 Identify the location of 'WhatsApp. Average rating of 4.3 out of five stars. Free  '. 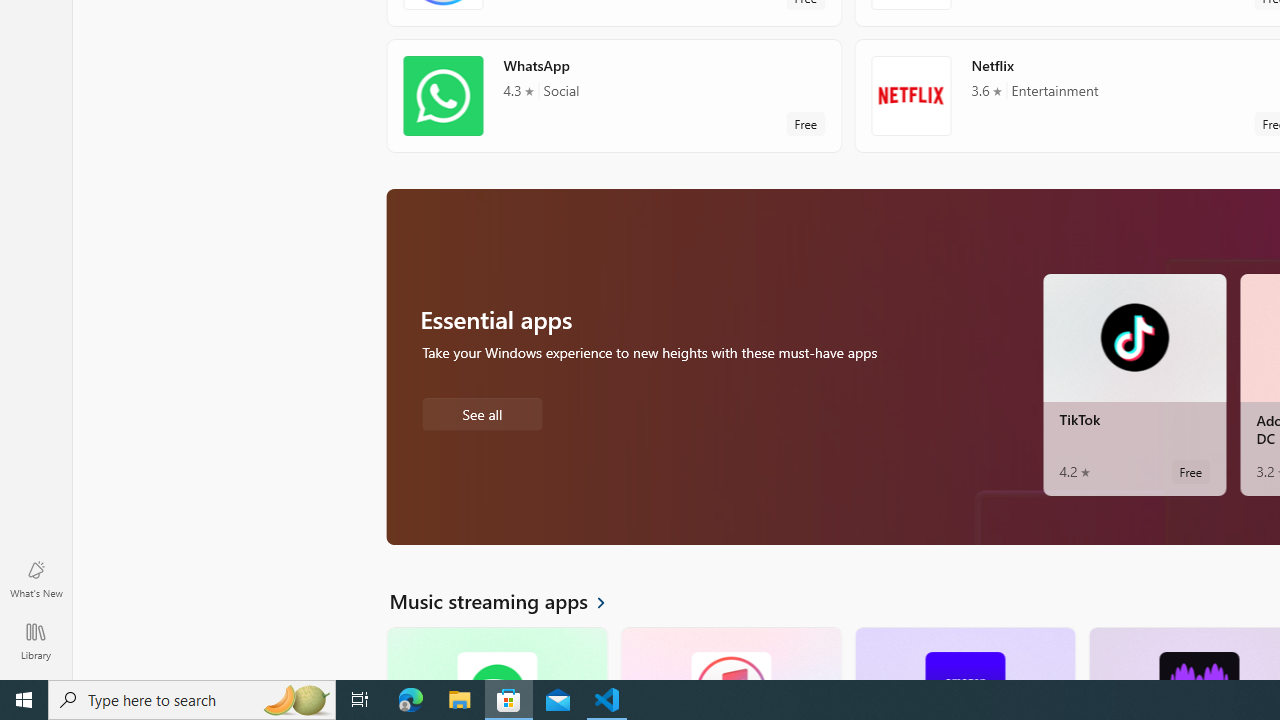
(613, 95).